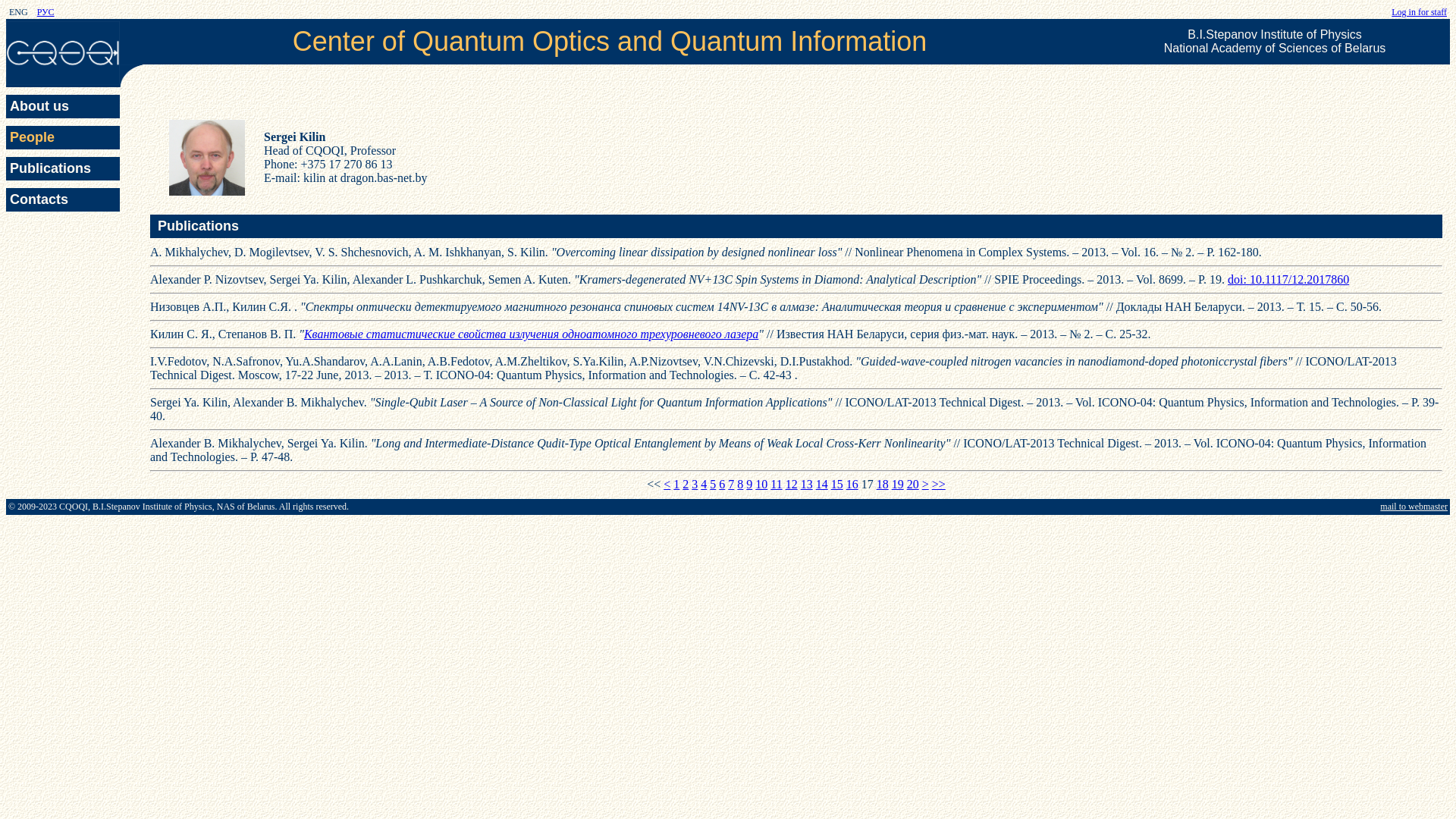 This screenshot has height=819, width=1456. What do you see at coordinates (702, 484) in the screenshot?
I see `'4'` at bounding box center [702, 484].